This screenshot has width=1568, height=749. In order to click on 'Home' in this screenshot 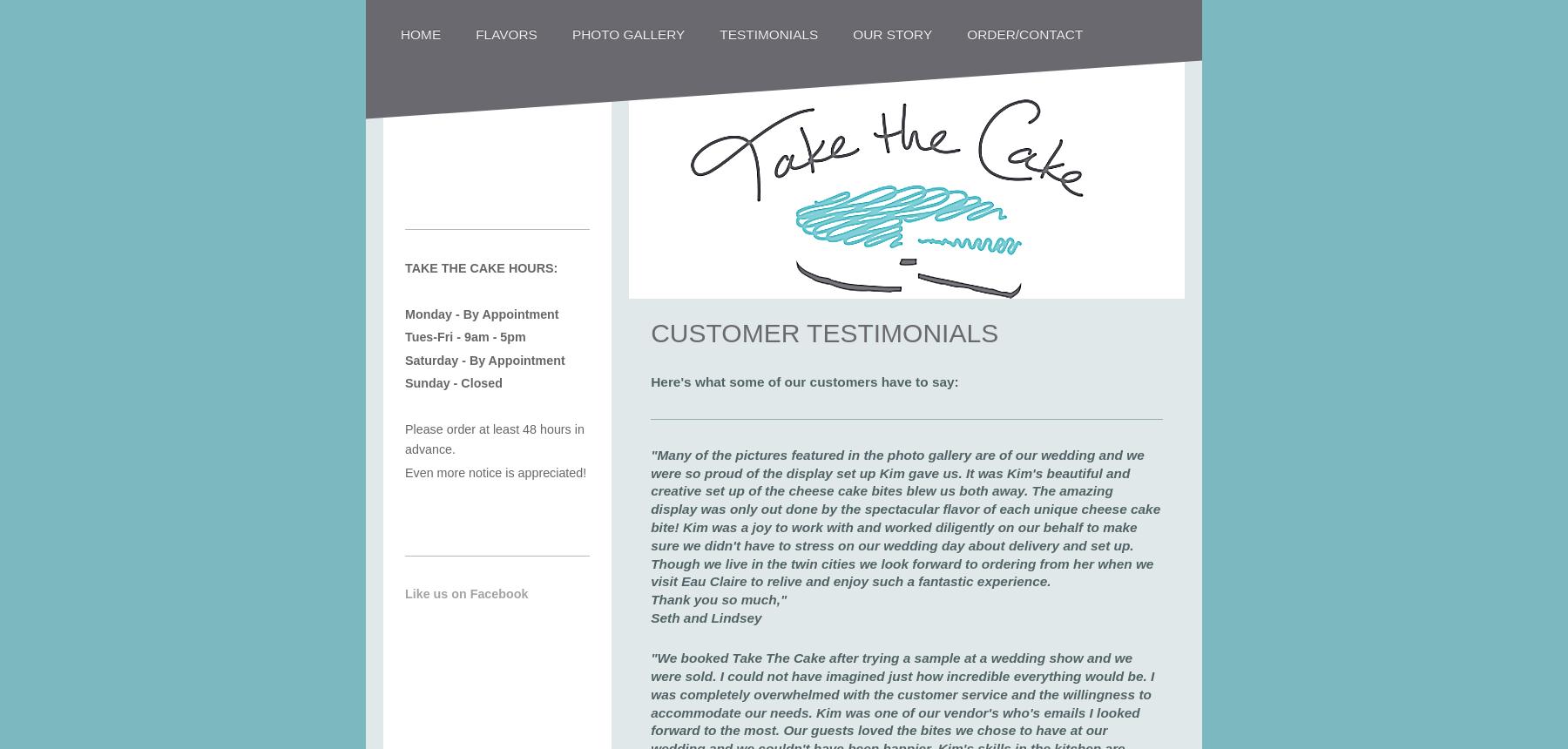, I will do `click(400, 33)`.